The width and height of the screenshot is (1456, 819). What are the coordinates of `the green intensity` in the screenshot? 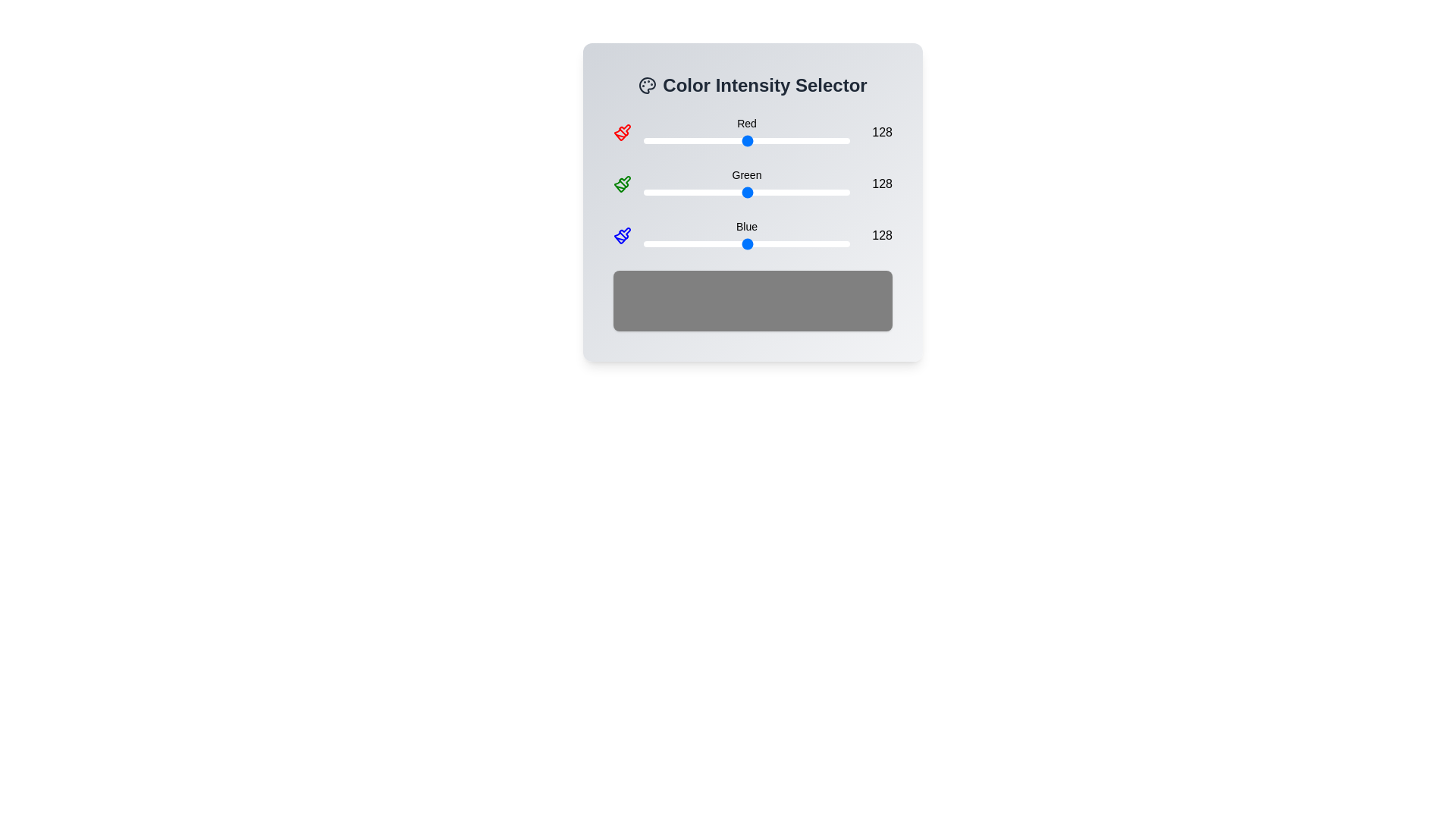 It's located at (758, 192).